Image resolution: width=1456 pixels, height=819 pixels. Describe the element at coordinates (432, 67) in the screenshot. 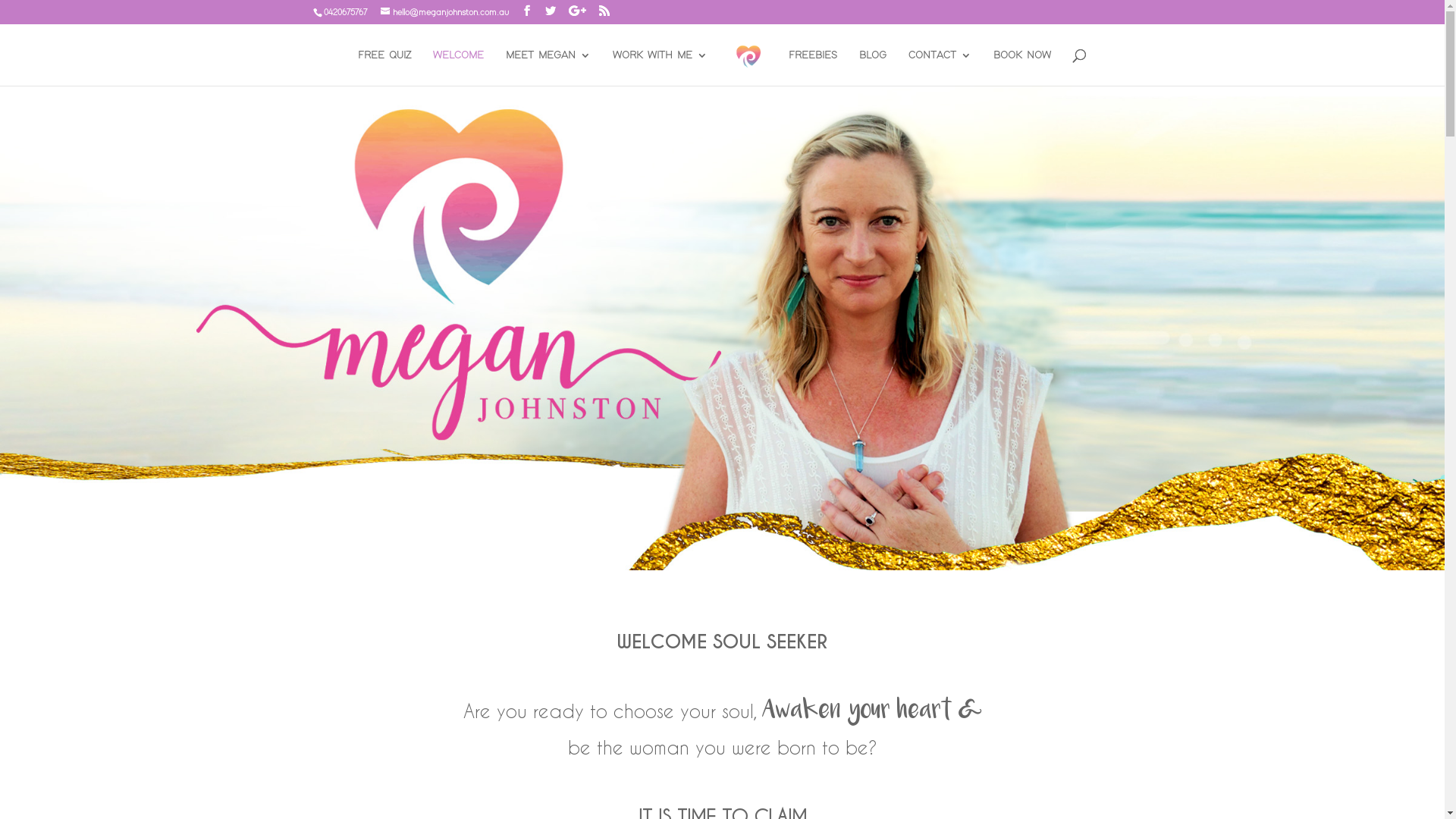

I see `'WELCOME'` at that location.